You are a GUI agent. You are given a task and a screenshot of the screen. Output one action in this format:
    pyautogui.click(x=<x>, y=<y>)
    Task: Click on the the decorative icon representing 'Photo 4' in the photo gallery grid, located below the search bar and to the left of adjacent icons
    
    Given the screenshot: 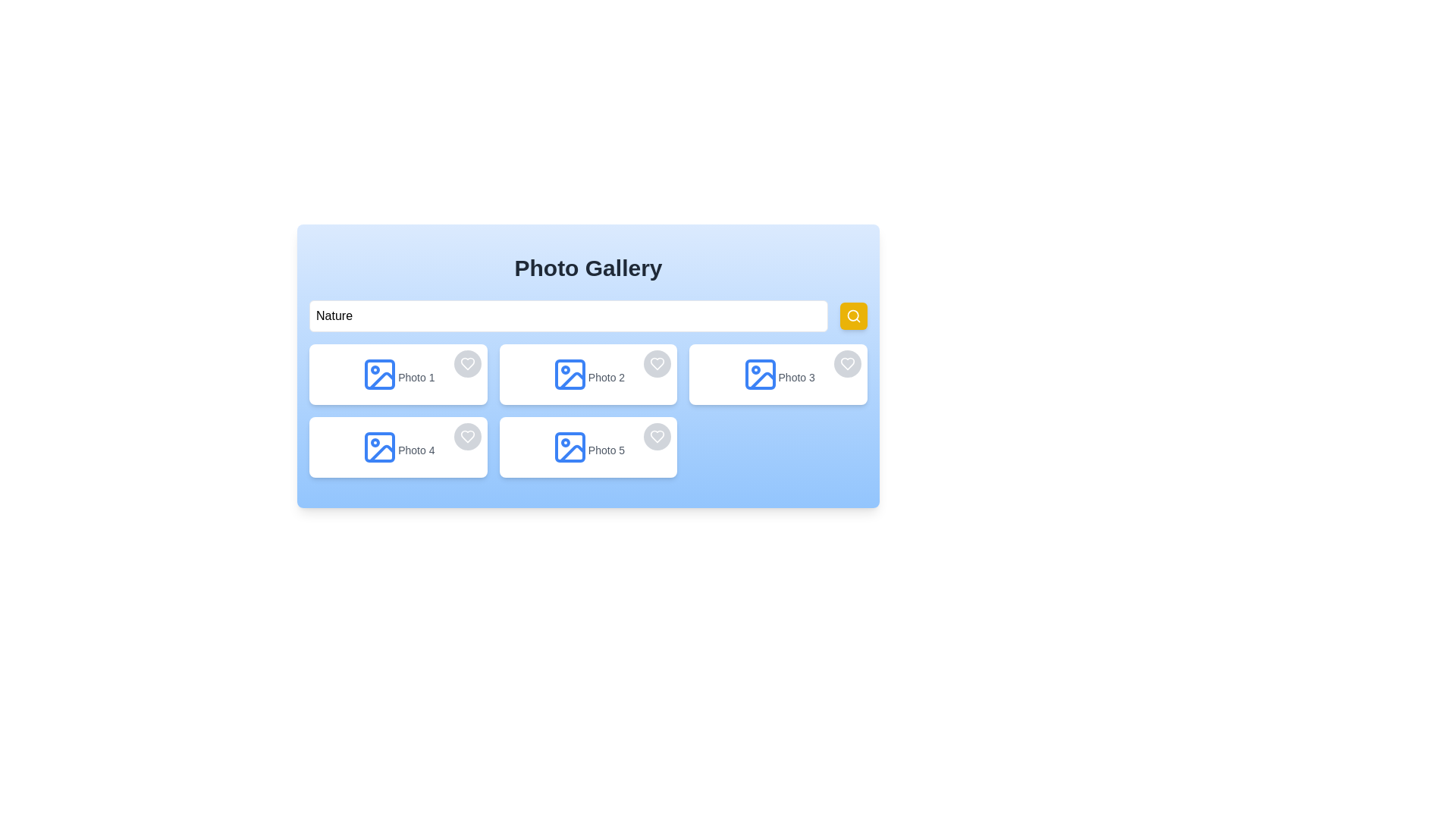 What is the action you would take?
    pyautogui.click(x=380, y=447)
    